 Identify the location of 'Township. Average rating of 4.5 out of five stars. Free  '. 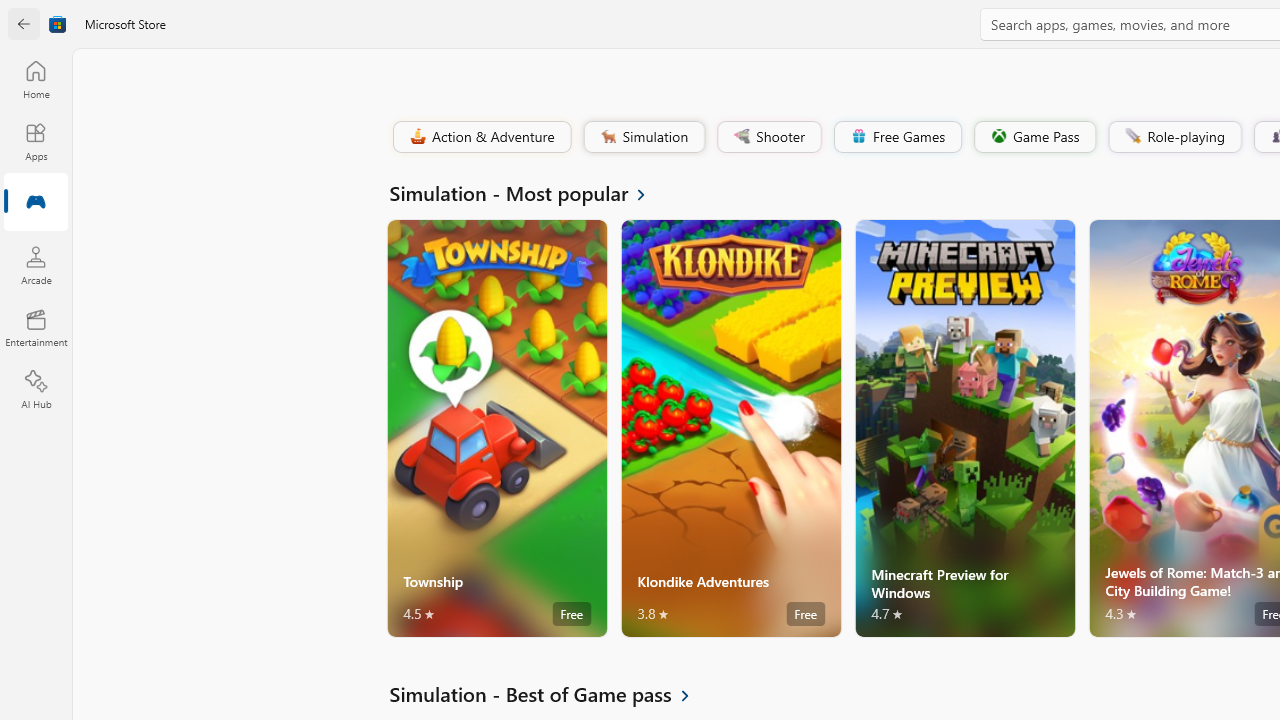
(497, 427).